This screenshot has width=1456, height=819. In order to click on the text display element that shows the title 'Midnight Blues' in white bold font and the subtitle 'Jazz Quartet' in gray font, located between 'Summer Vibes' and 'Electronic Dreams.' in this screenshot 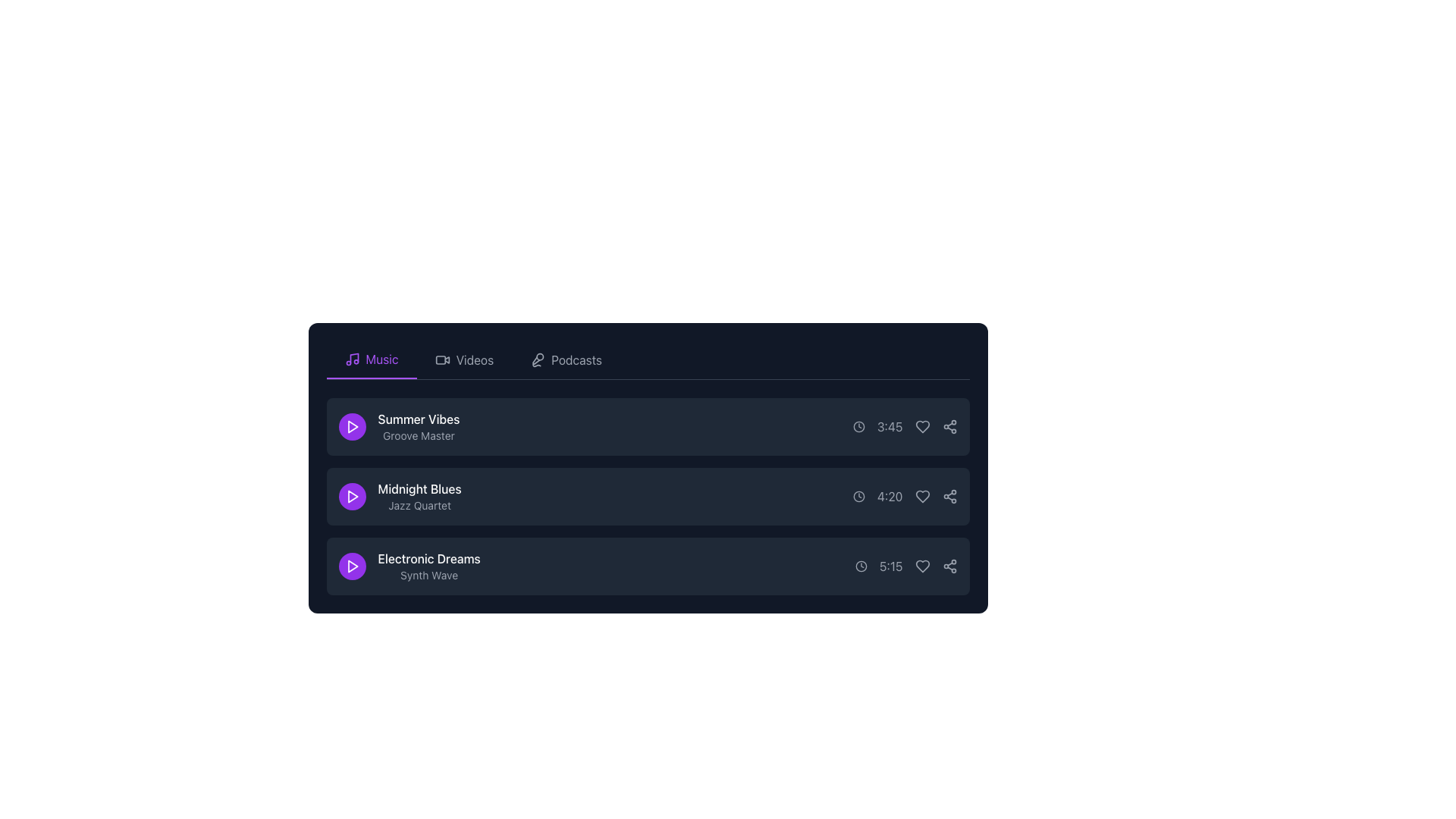, I will do `click(419, 497)`.